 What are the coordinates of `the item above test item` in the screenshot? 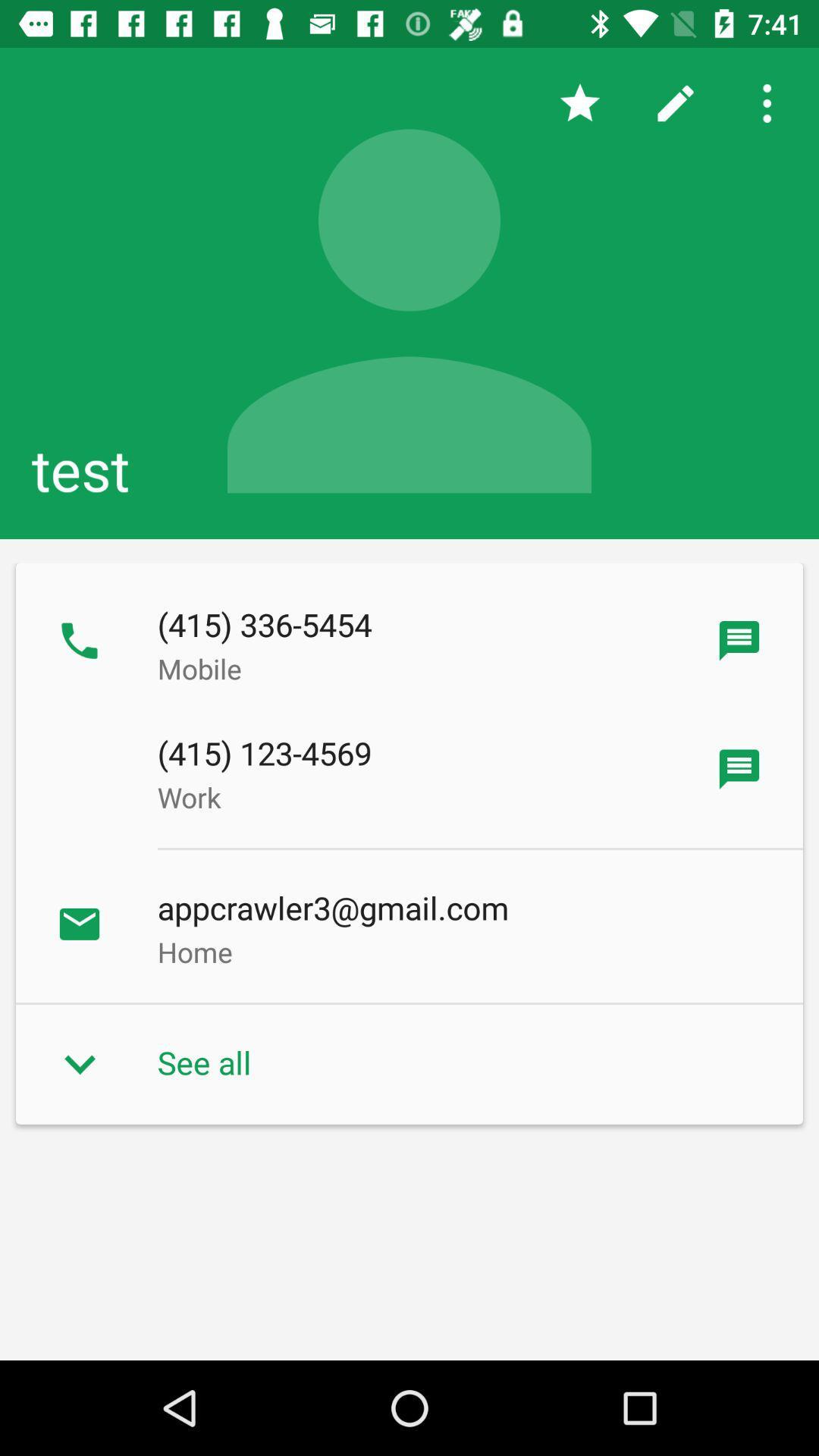 It's located at (771, 102).